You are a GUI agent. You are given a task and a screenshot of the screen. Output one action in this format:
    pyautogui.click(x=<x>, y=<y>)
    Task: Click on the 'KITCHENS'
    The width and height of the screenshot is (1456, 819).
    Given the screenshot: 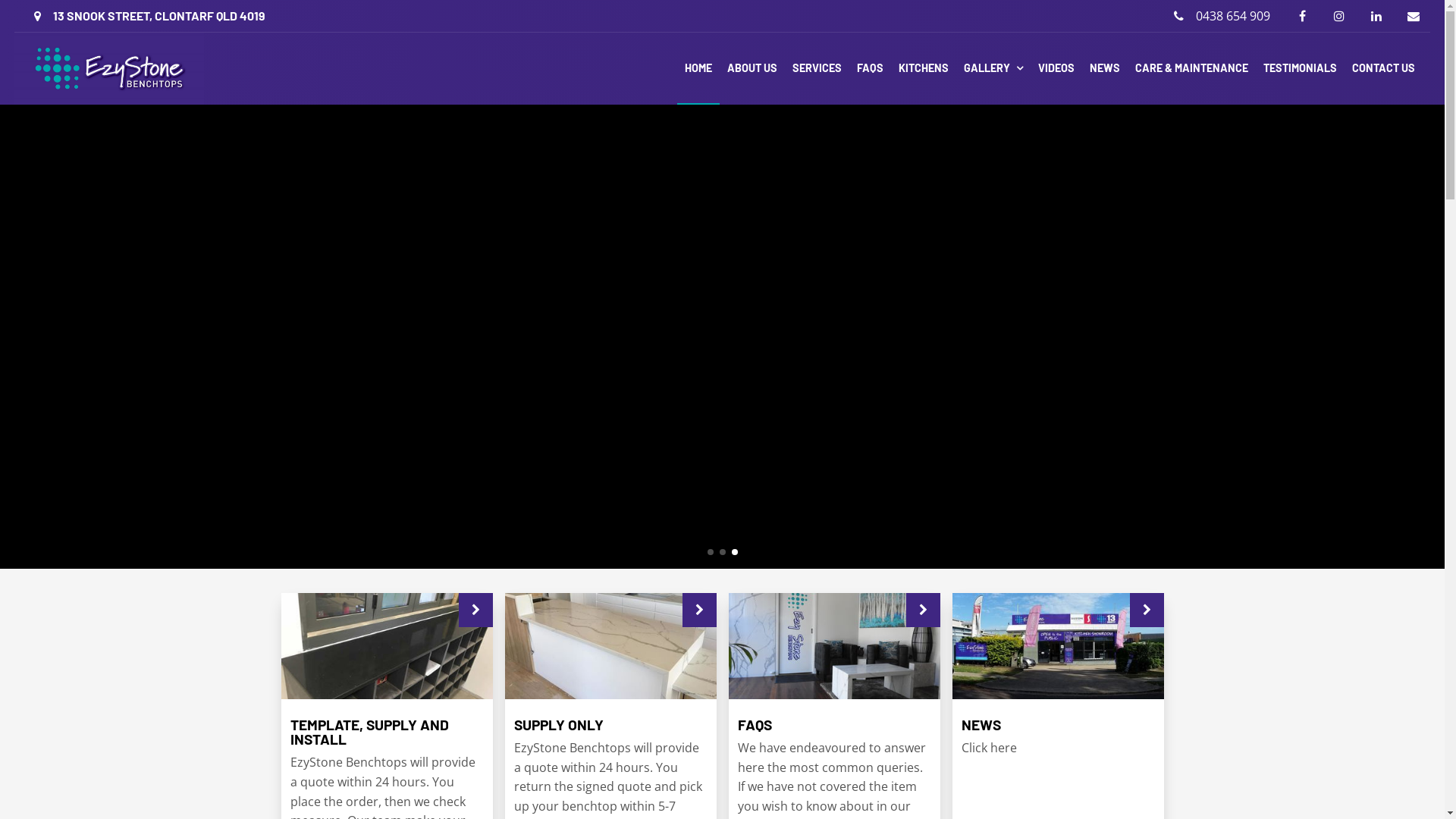 What is the action you would take?
    pyautogui.click(x=923, y=68)
    